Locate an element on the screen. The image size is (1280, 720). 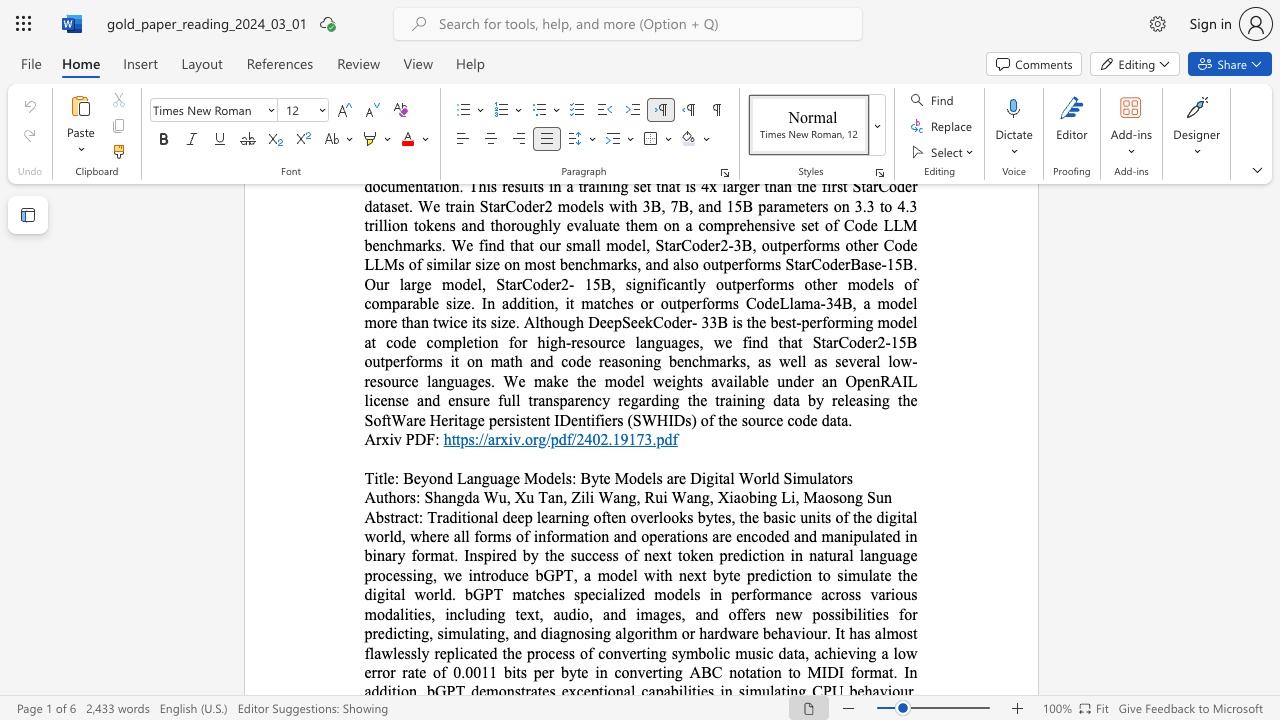
the subset text "ttps://arxiv.org/pdf/2402.1917" within the text "https://arxiv.org/pdf/2402.19173.pdf" is located at coordinates (450, 438).